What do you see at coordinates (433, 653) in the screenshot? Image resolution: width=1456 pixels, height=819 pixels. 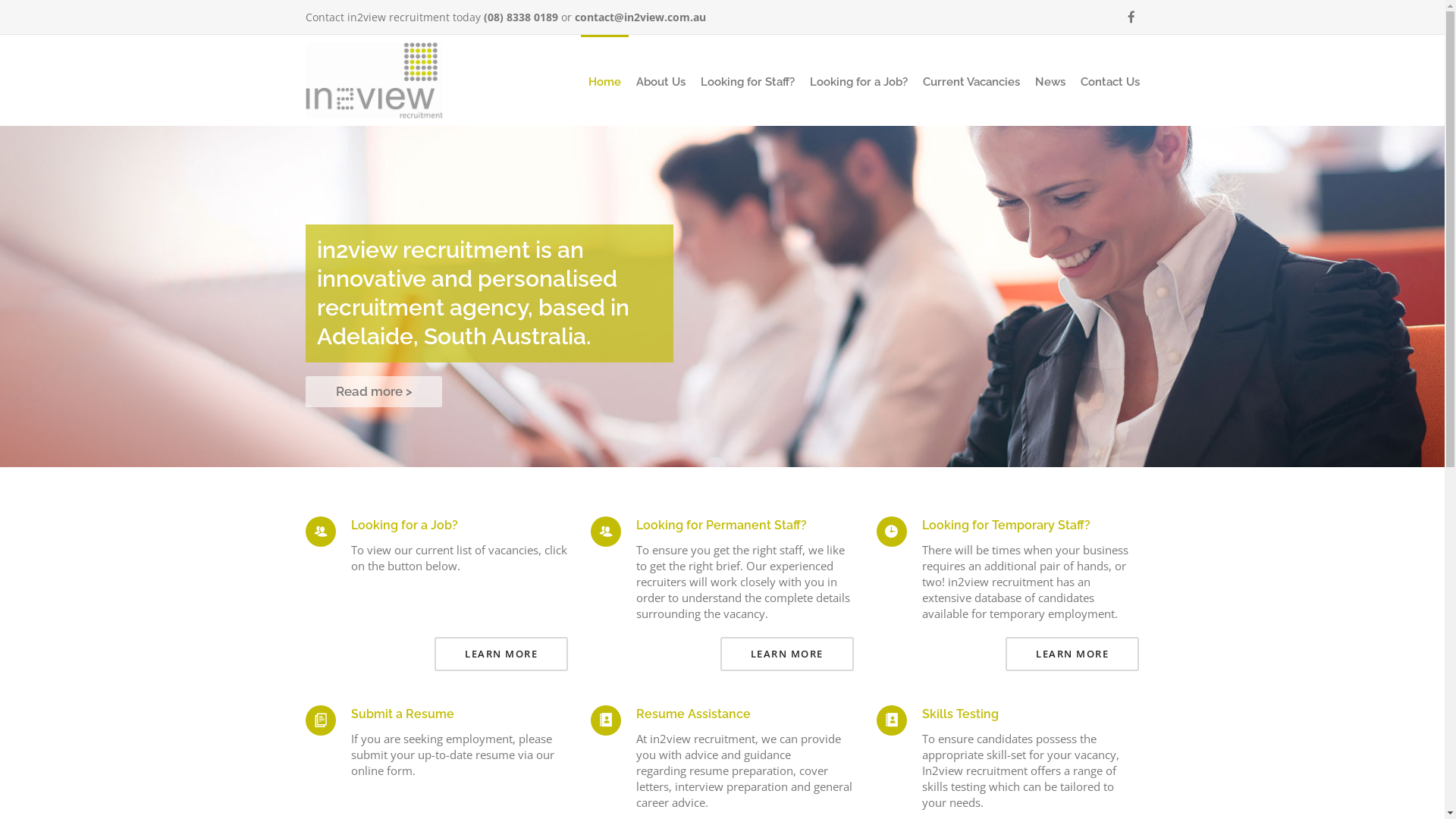 I see `'LEARN MORE'` at bounding box center [433, 653].